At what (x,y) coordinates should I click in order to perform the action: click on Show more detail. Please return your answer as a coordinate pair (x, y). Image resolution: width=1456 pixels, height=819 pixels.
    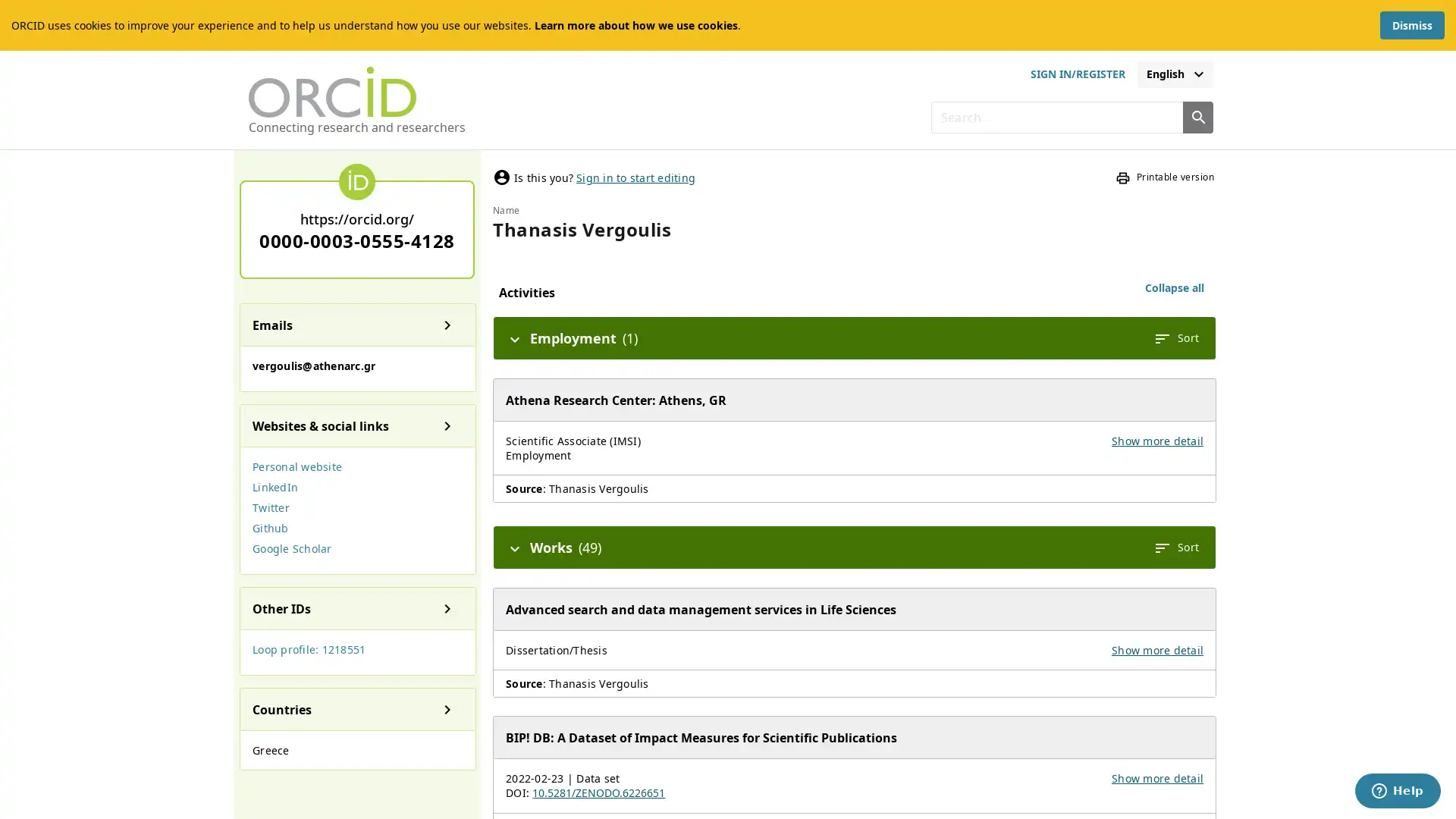
    Looking at the image, I should click on (1156, 778).